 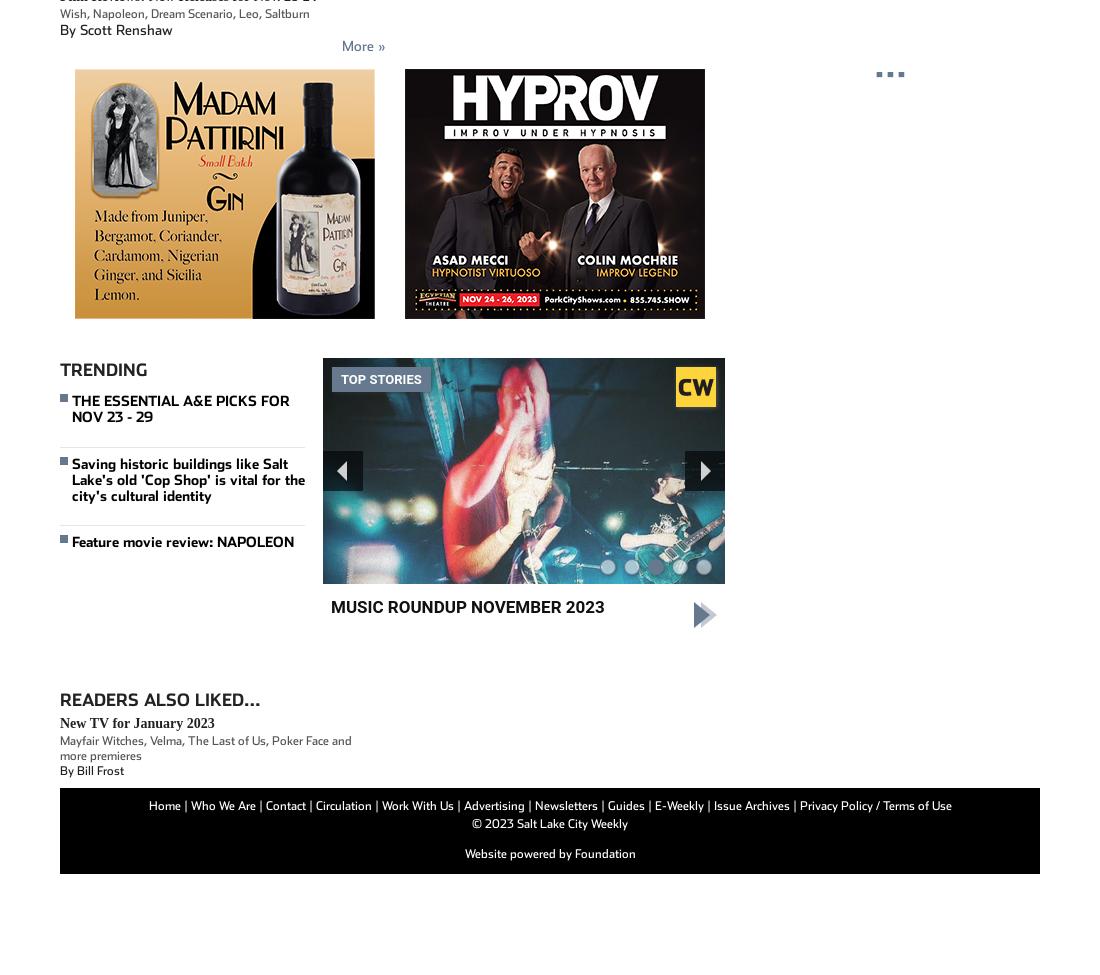 I want to click on 'Music Roundup November 2023', so click(x=465, y=607).